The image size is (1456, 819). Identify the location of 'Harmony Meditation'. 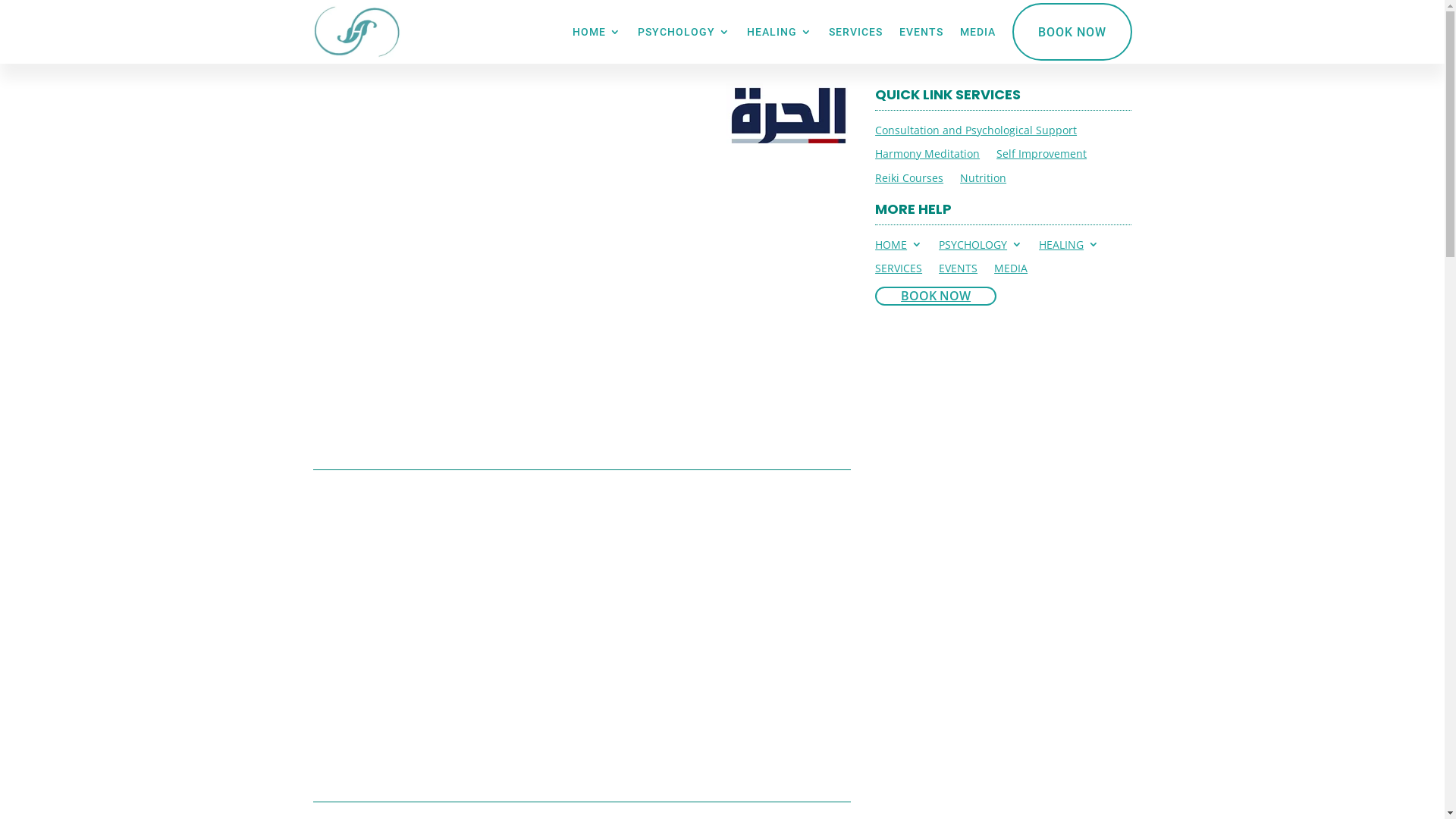
(927, 156).